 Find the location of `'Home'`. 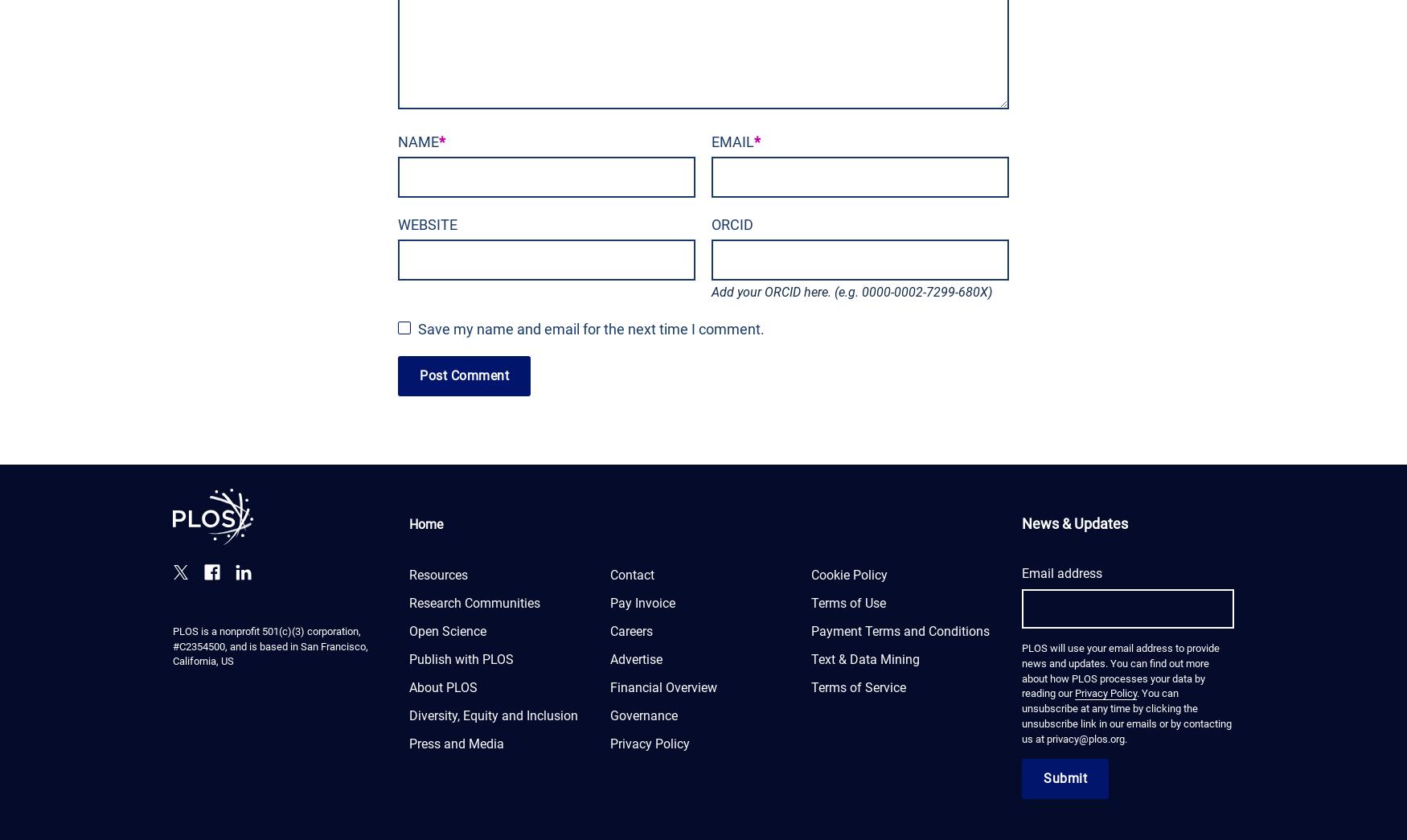

'Home' is located at coordinates (425, 523).